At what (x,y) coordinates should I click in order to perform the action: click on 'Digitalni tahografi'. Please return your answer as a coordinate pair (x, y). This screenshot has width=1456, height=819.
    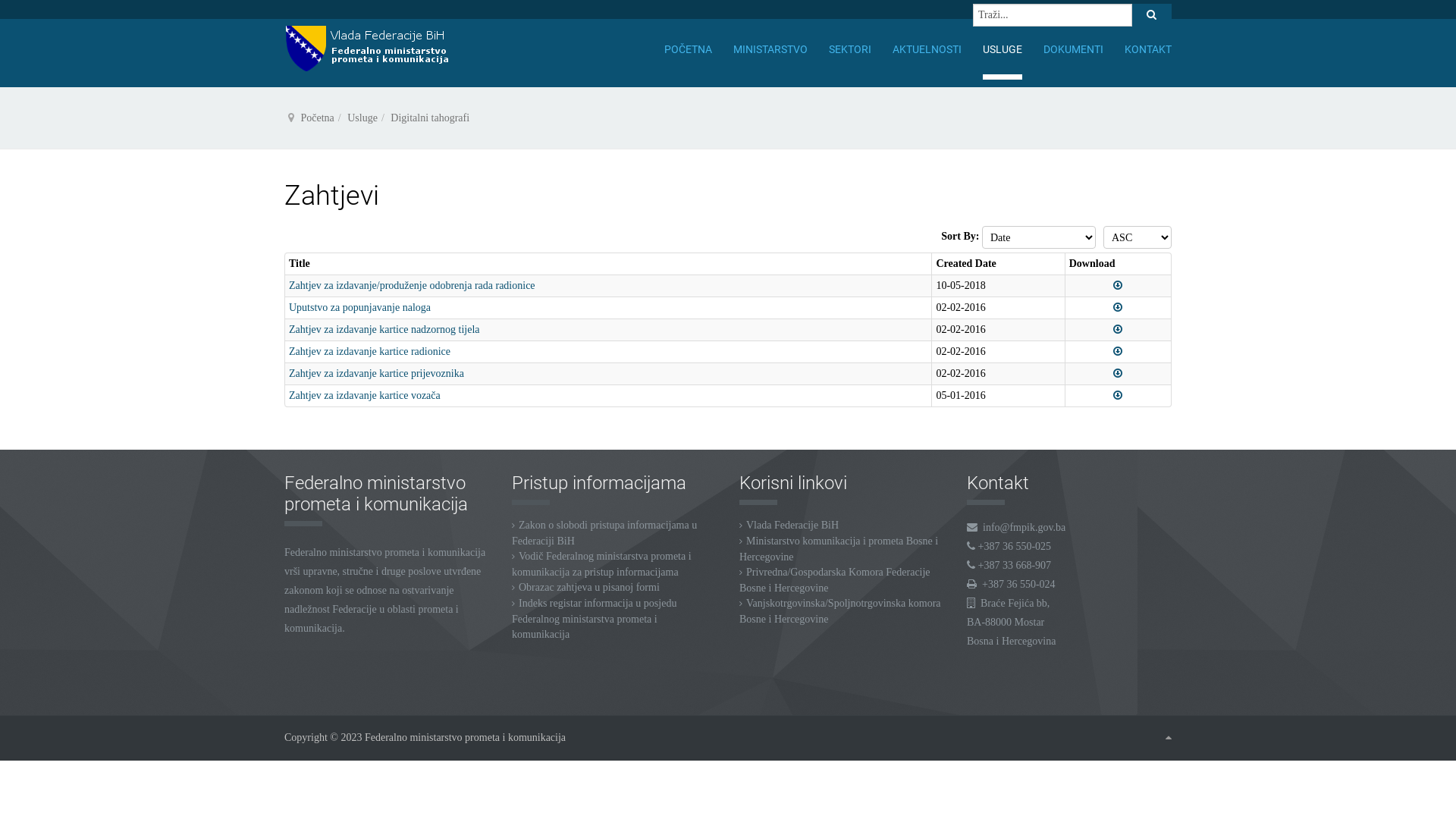
    Looking at the image, I should click on (428, 117).